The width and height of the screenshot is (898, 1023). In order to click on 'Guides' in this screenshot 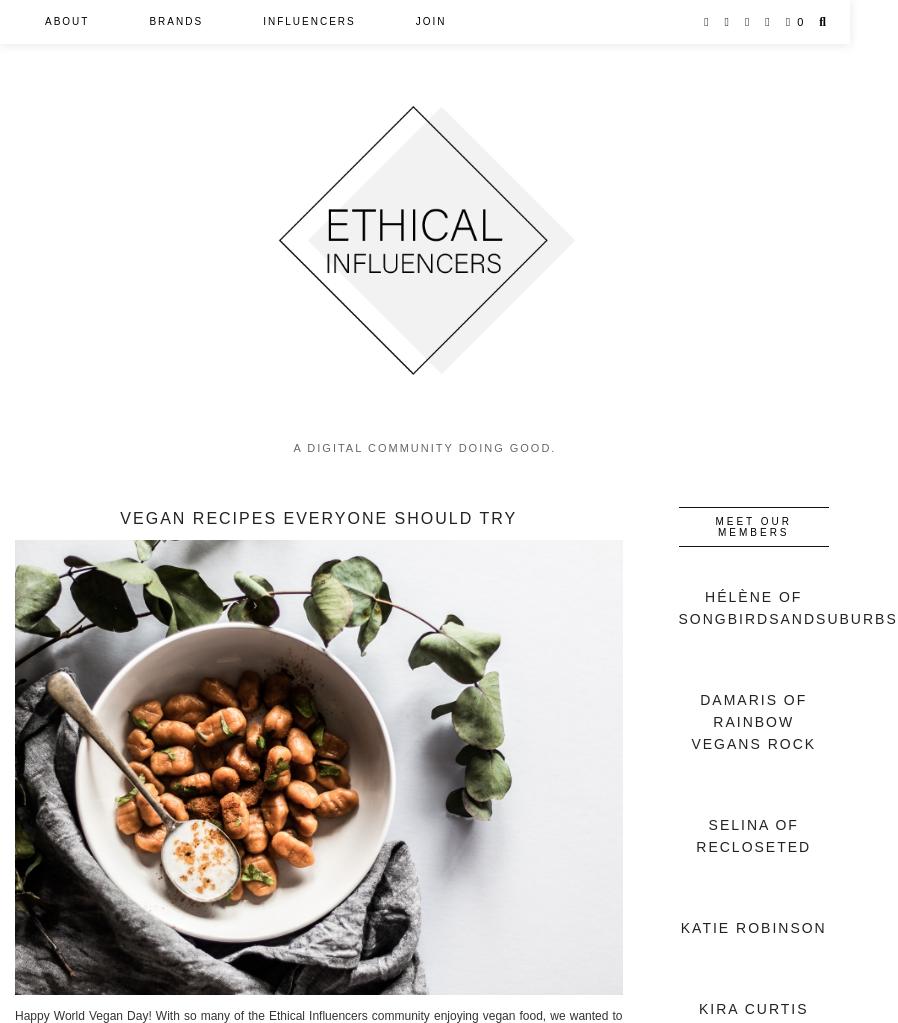, I will do `click(263, 256)`.